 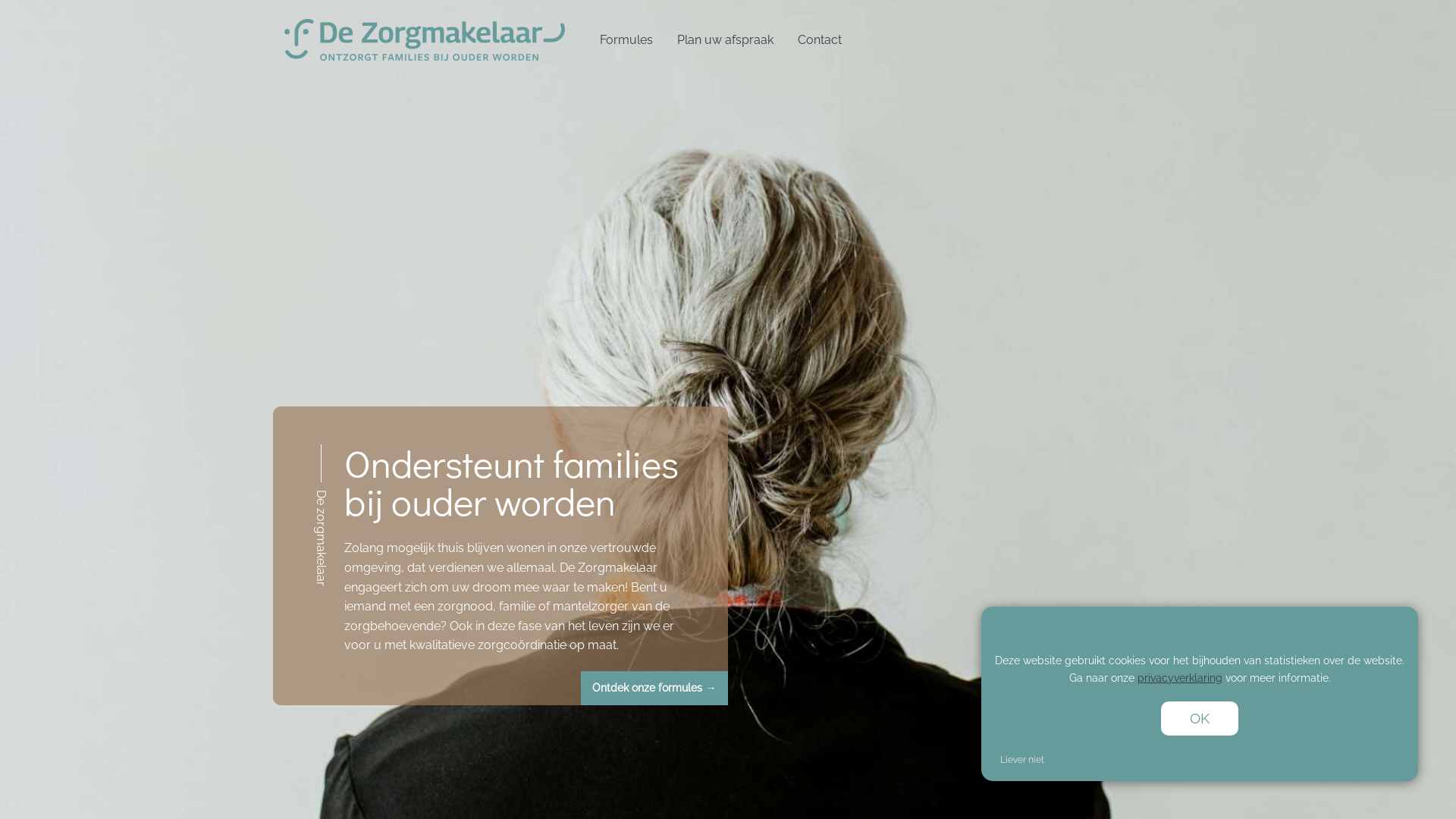 I want to click on 'Liever niet', so click(x=1022, y=760).